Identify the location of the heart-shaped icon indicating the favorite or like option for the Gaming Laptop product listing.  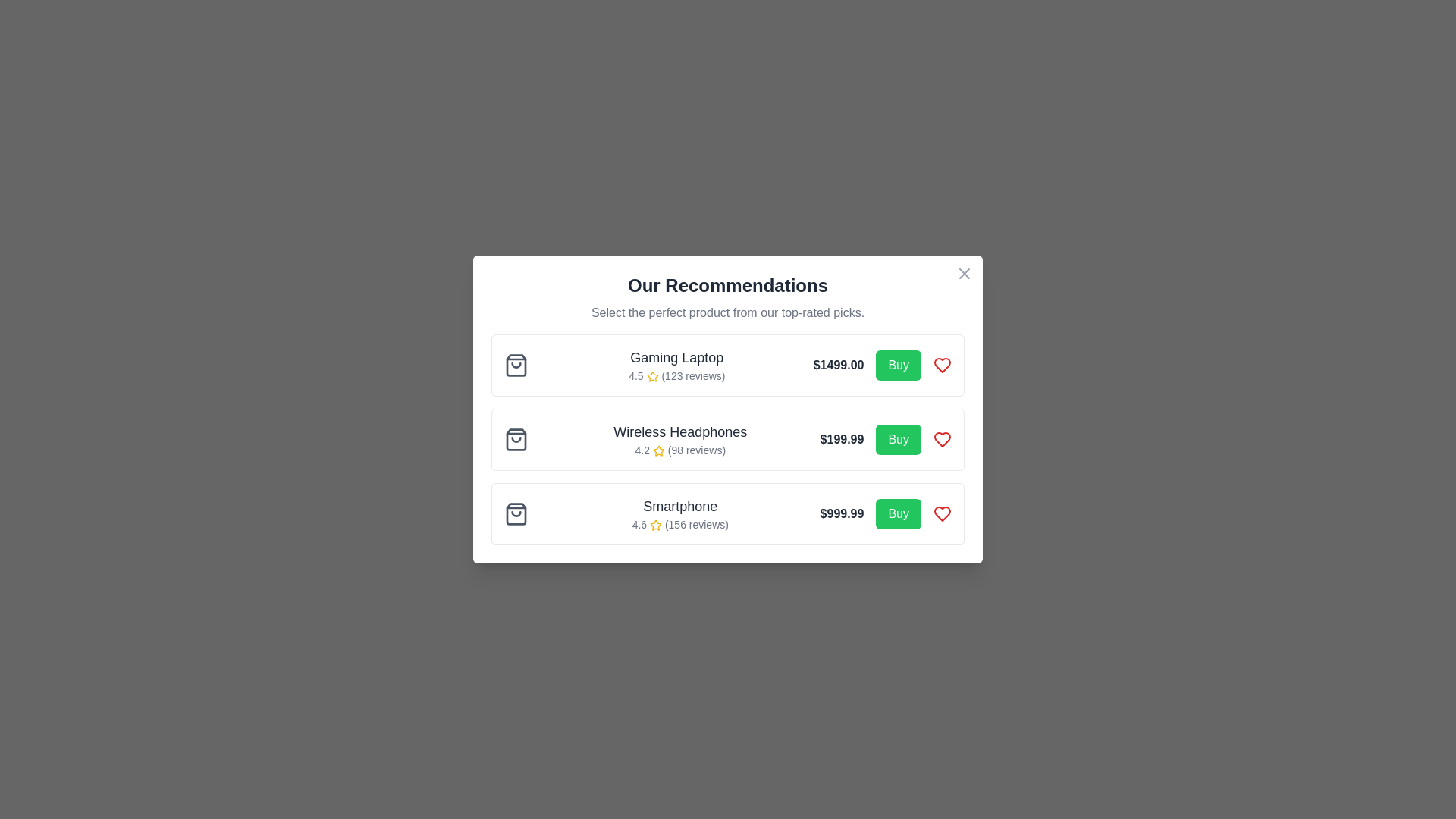
(942, 366).